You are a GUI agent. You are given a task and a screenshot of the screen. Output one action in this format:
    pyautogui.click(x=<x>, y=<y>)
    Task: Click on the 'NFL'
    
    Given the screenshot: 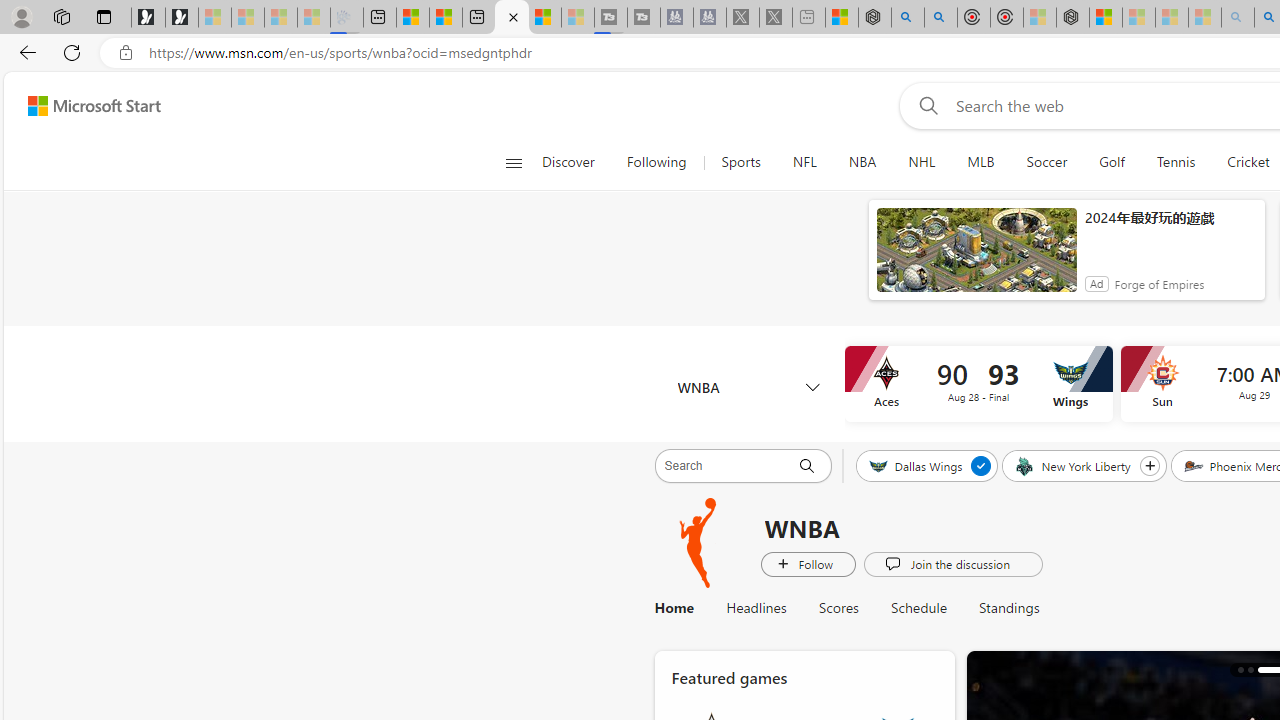 What is the action you would take?
    pyautogui.click(x=804, y=162)
    